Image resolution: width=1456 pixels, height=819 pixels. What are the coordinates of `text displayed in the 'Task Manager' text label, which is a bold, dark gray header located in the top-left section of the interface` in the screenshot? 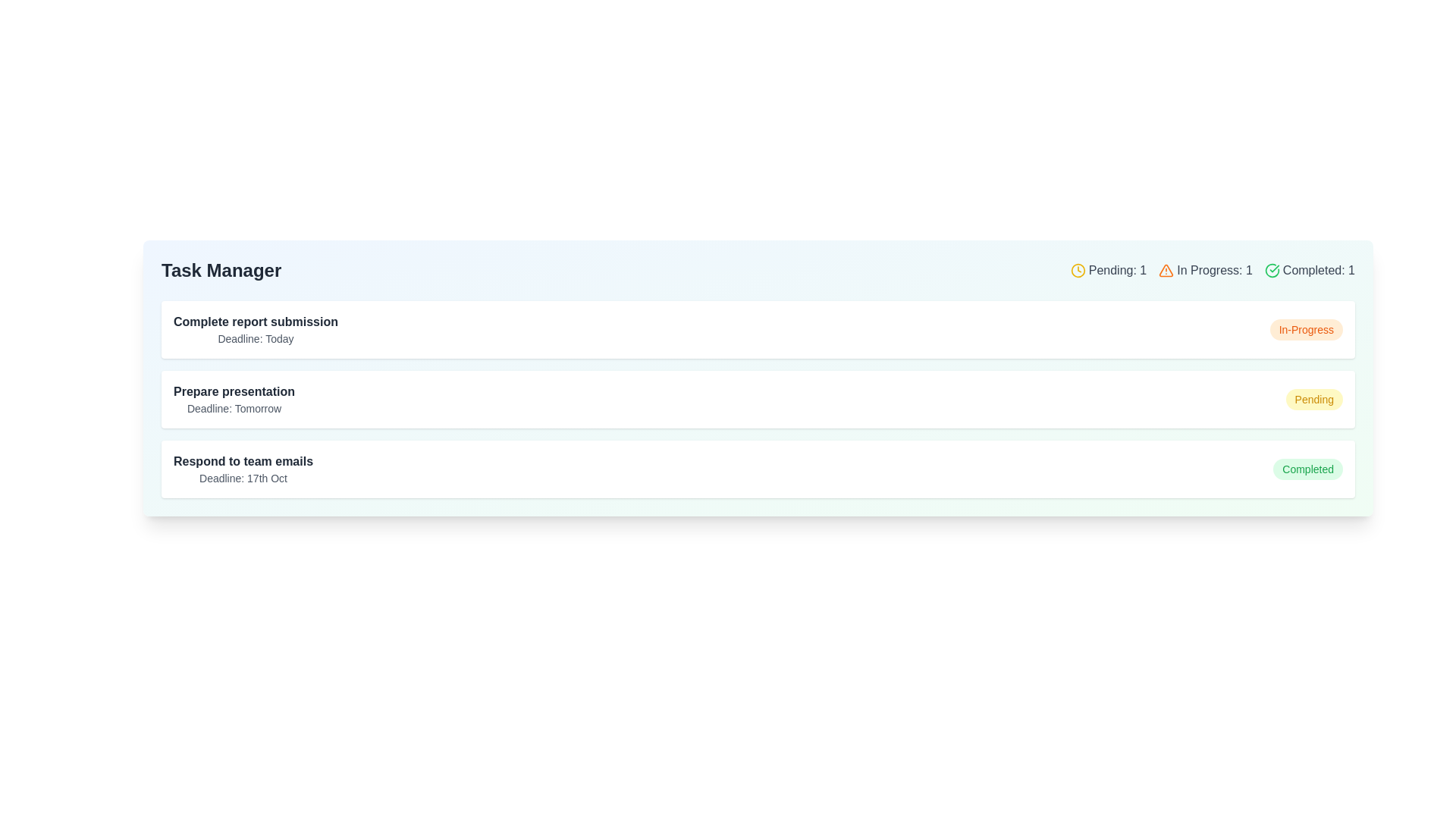 It's located at (221, 270).